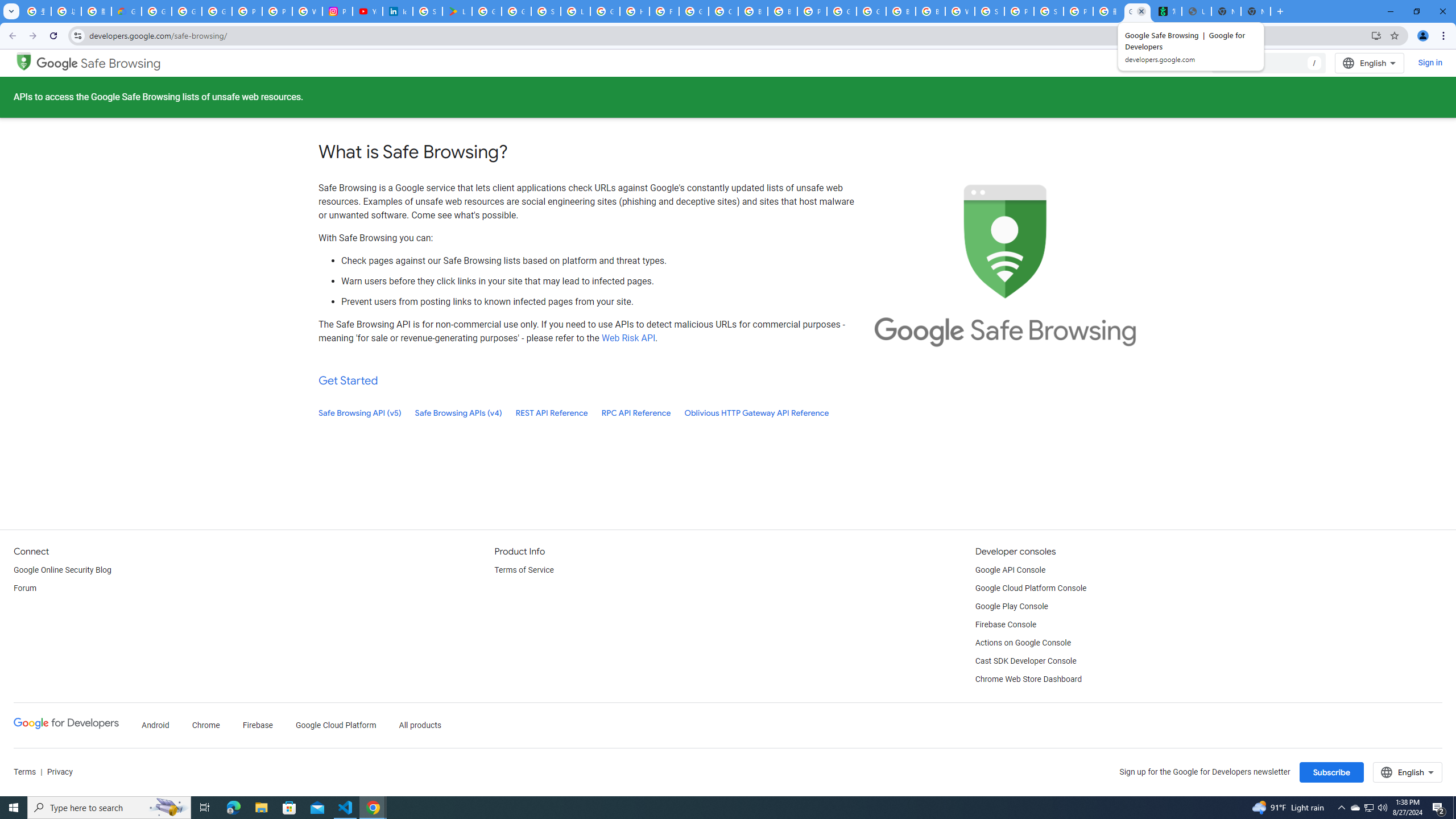 Image resolution: width=1456 pixels, height=819 pixels. Describe the element at coordinates (65, 723) in the screenshot. I see `'Google Developers'` at that location.